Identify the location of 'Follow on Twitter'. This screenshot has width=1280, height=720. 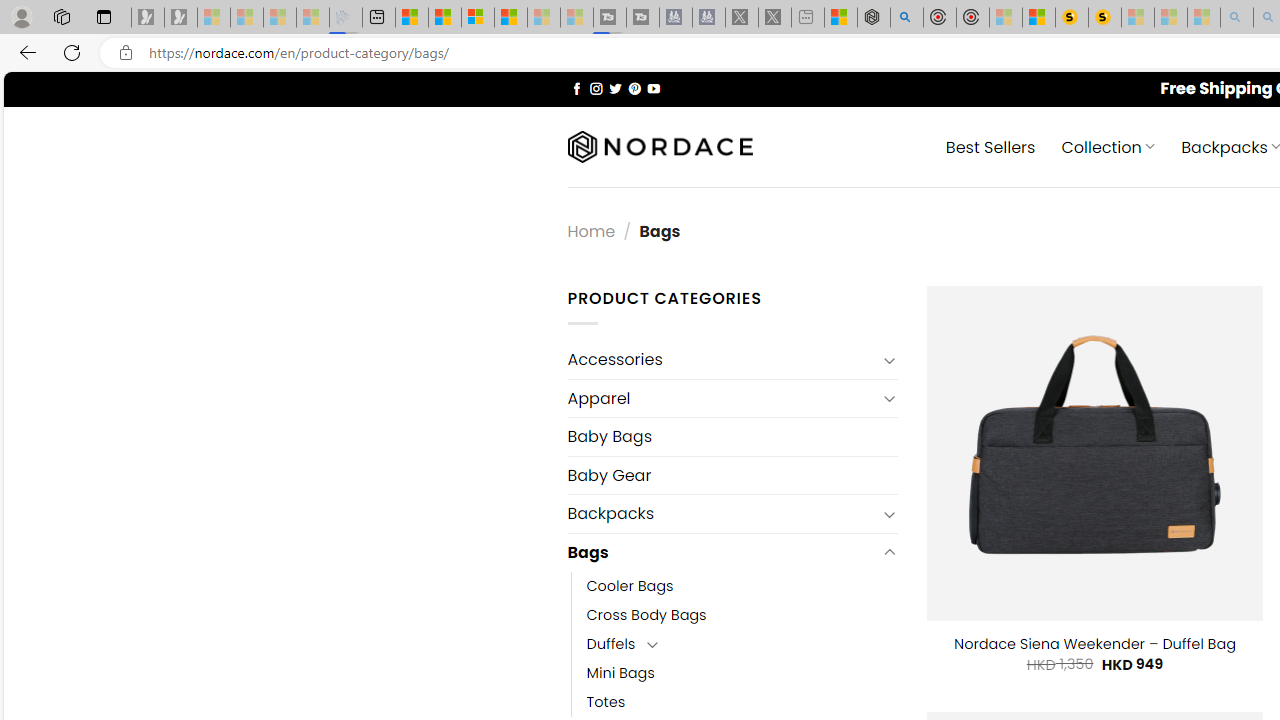
(614, 87).